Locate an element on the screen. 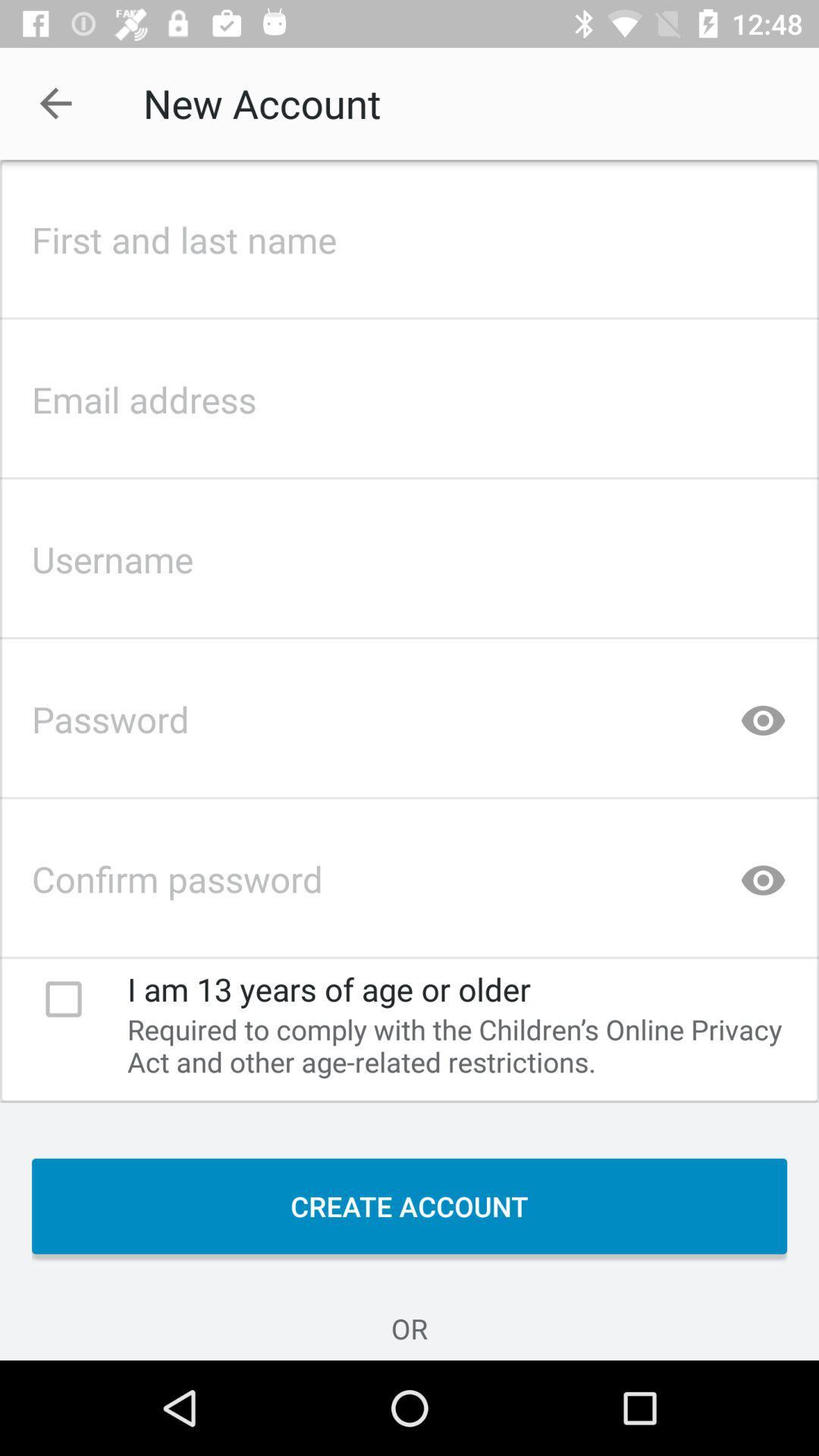  first and last name bar is located at coordinates (409, 234).